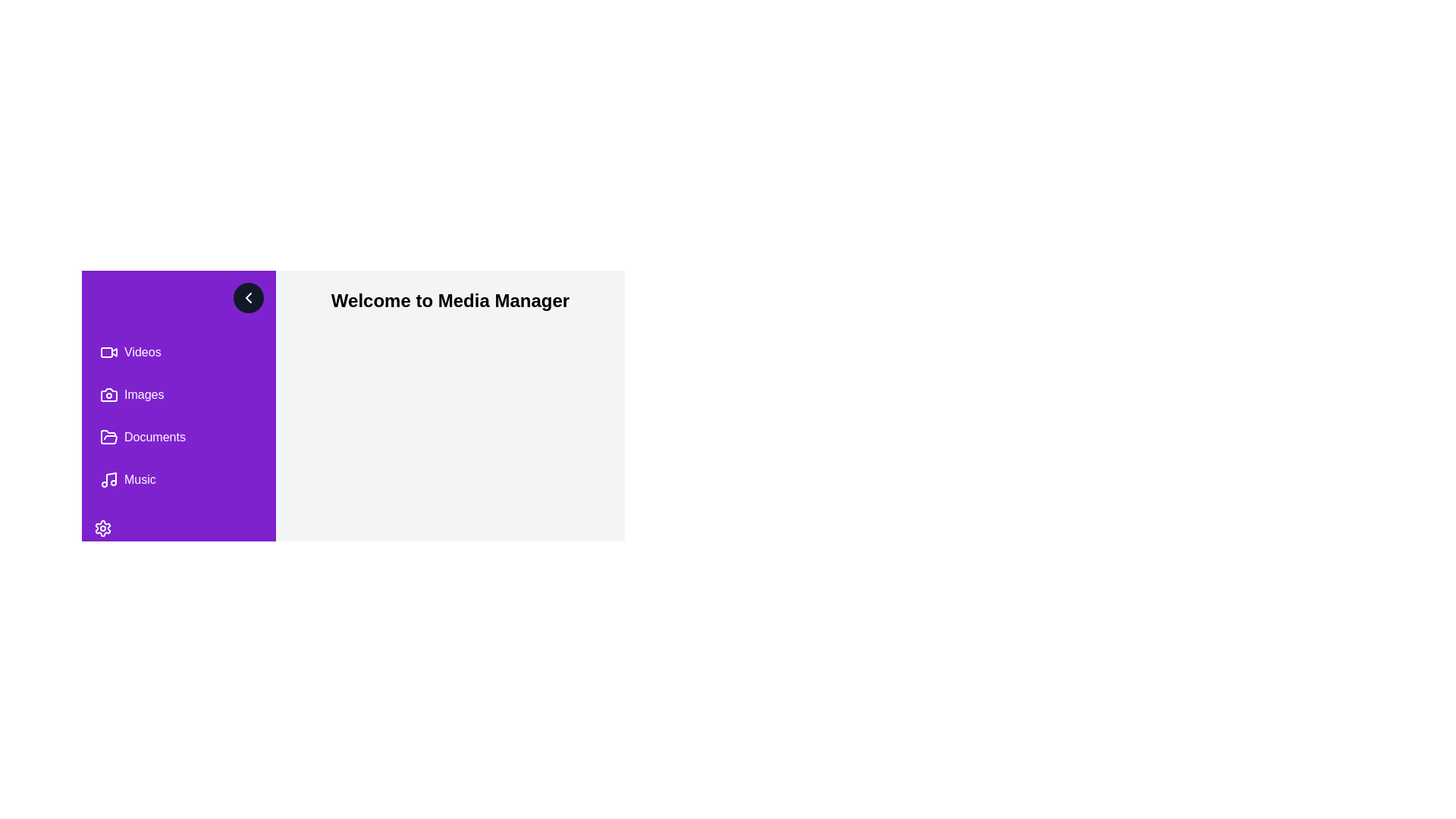 The width and height of the screenshot is (1456, 819). I want to click on the menu item labeled Images, so click(178, 394).